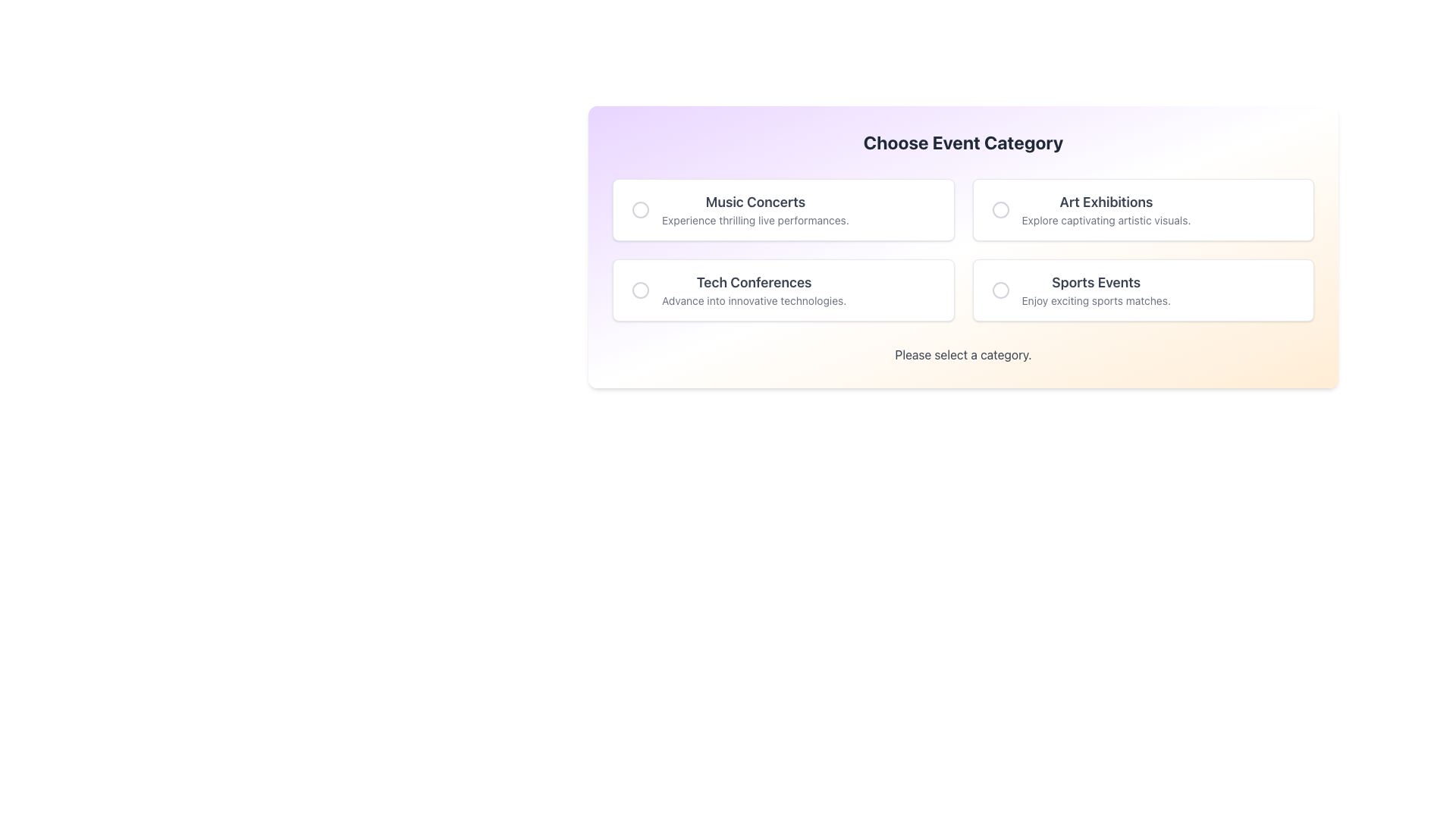  I want to click on the 'Art Exhibitions' radio button and its associated text label, so click(1143, 210).